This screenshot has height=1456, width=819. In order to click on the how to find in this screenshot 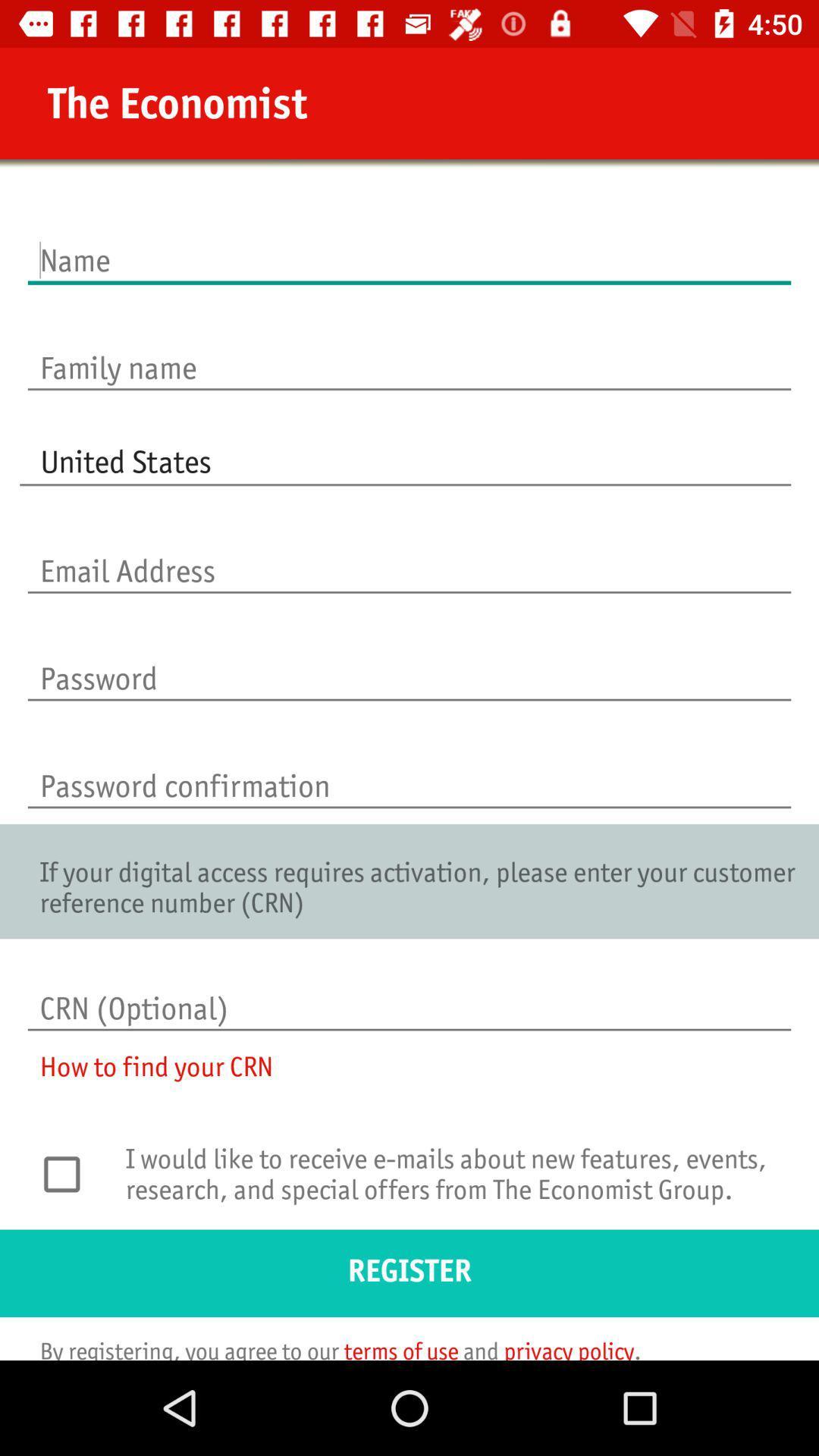, I will do `click(146, 1075)`.